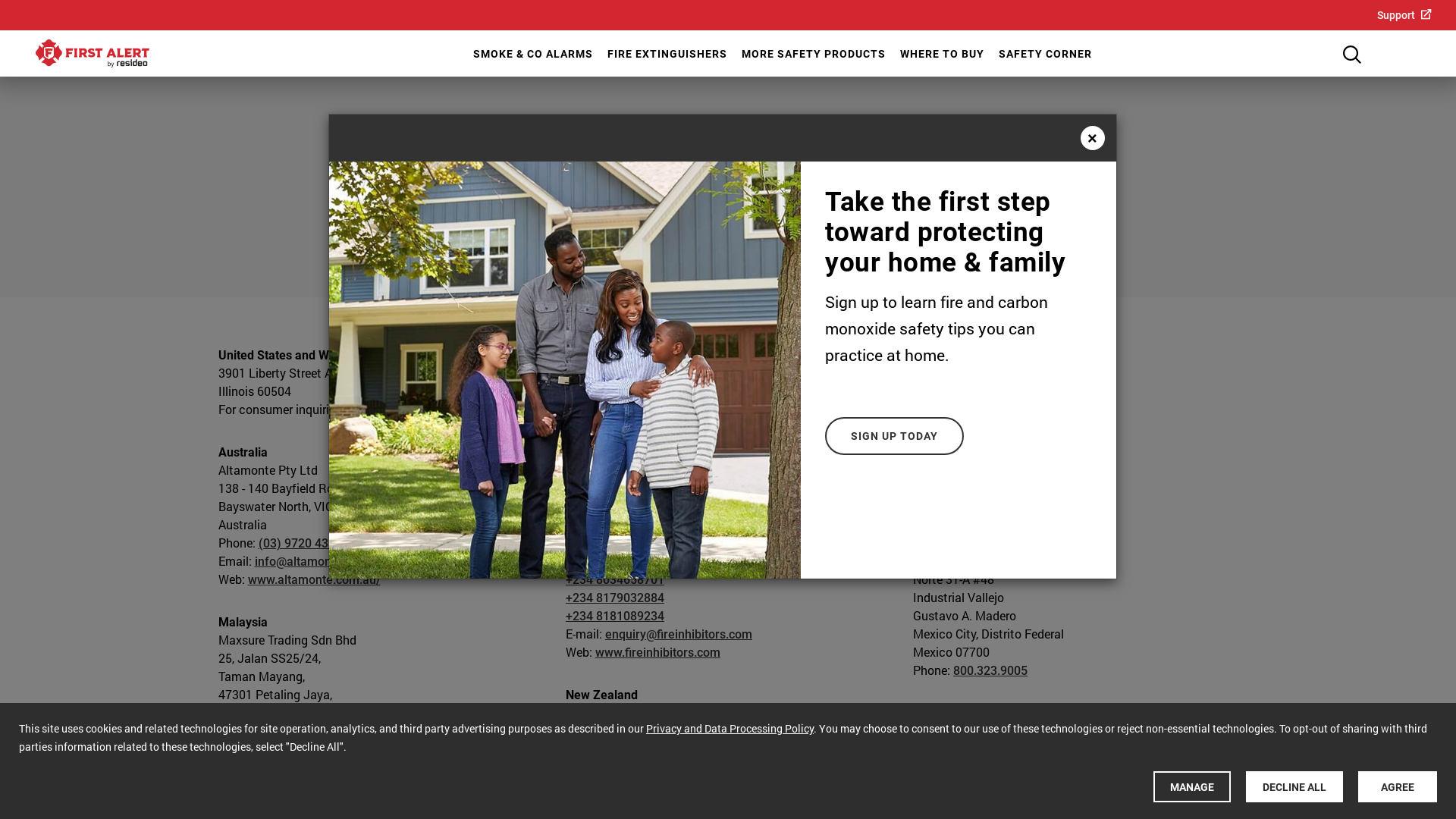 Image resolution: width=1456 pixels, height=819 pixels. Describe the element at coordinates (91, 52) in the screenshot. I see `'Home'` at that location.